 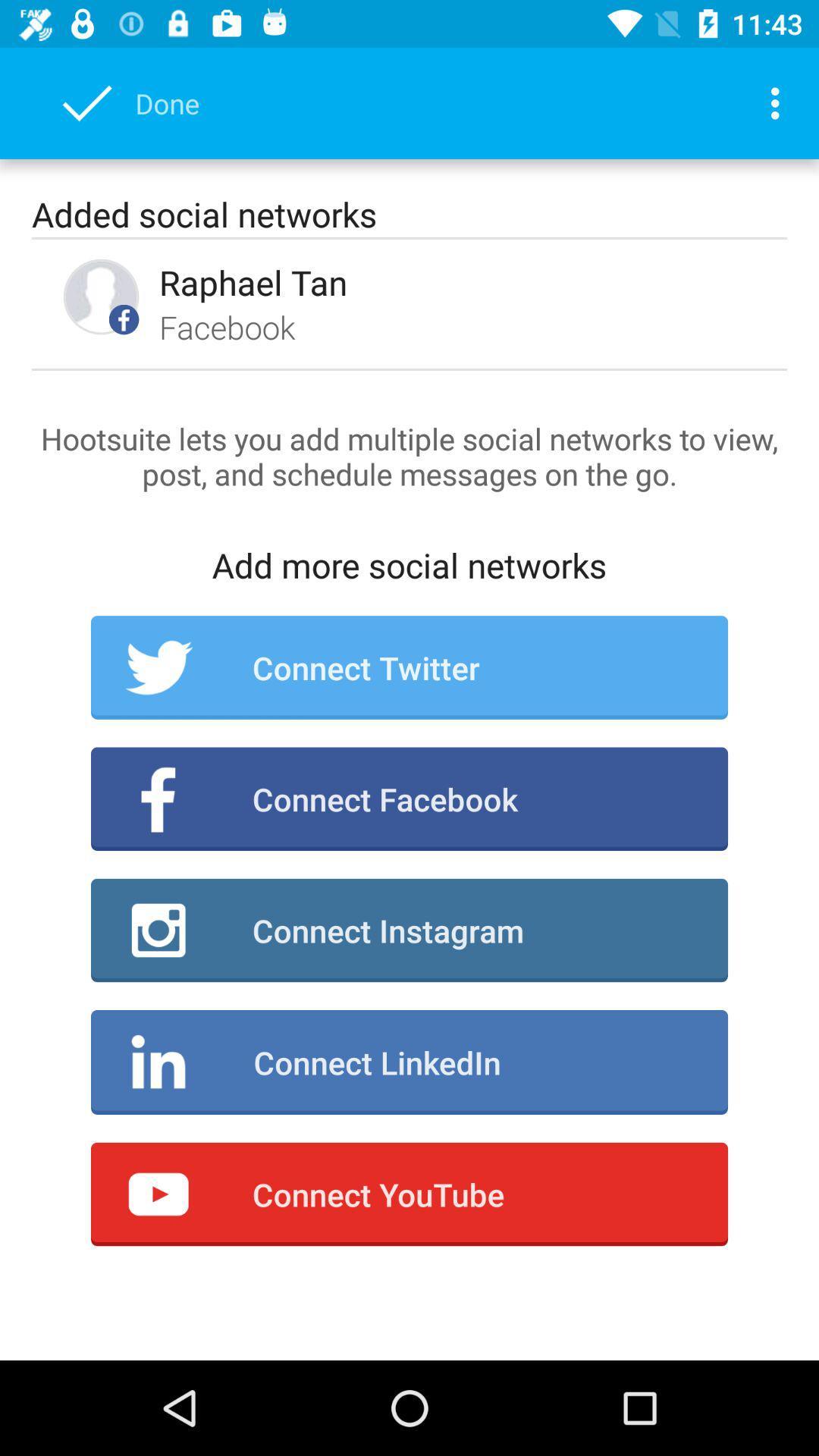 I want to click on item at the top right corner, so click(x=779, y=102).